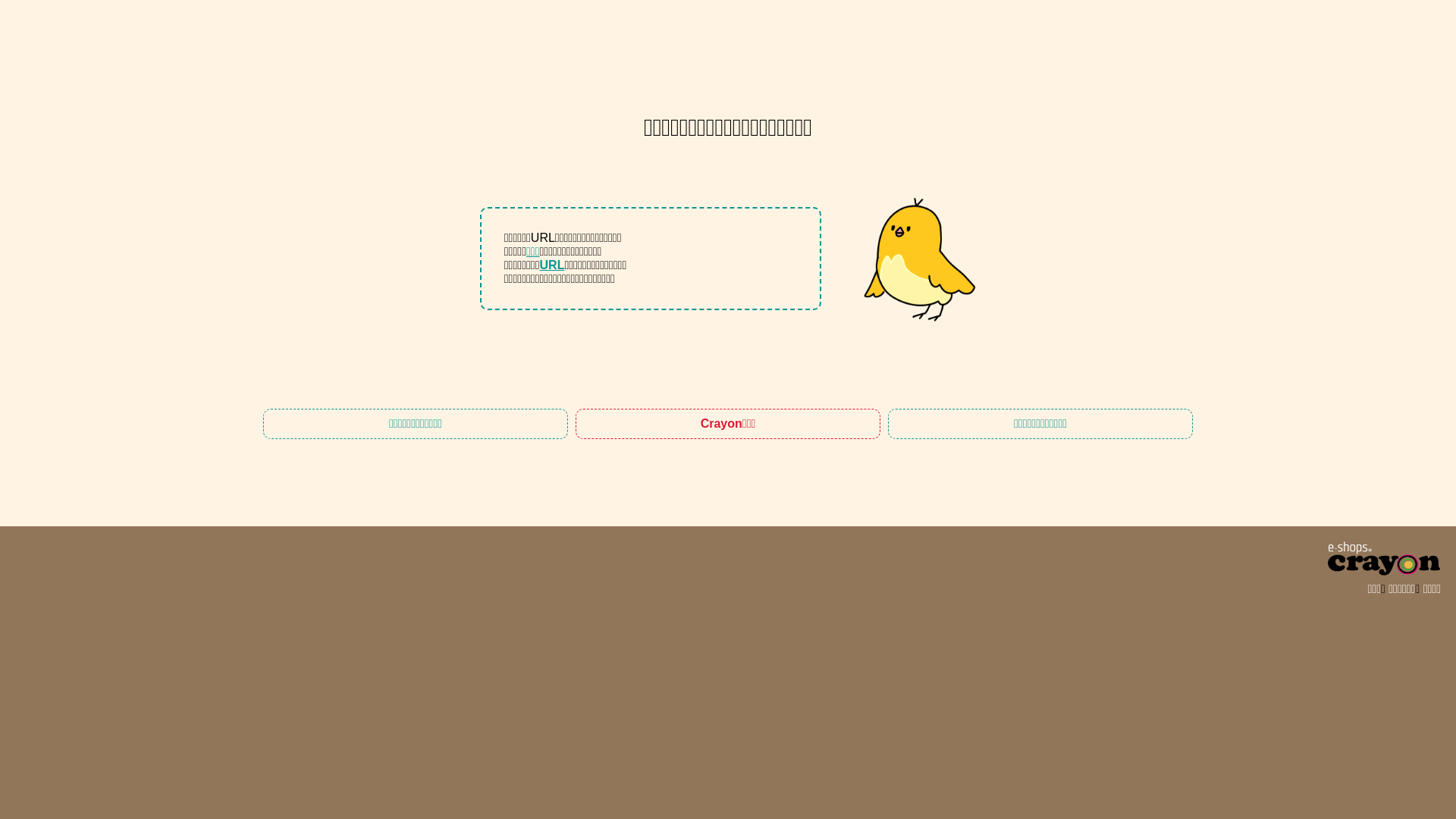  Describe the element at coordinates (539, 264) in the screenshot. I see `'URL'` at that location.